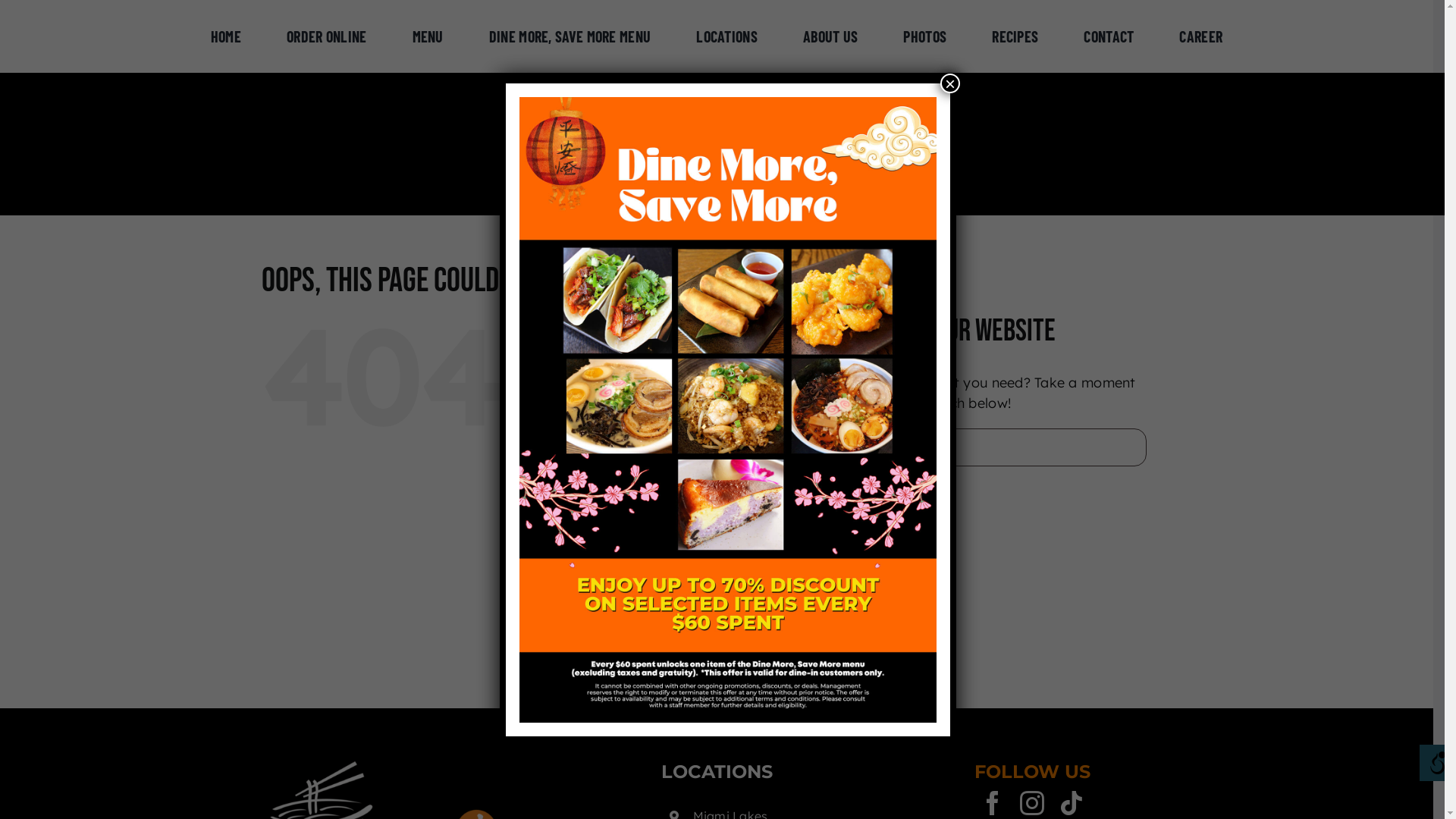 The width and height of the screenshot is (1456, 819). What do you see at coordinates (924, 35) in the screenshot?
I see `'PHOTOS'` at bounding box center [924, 35].